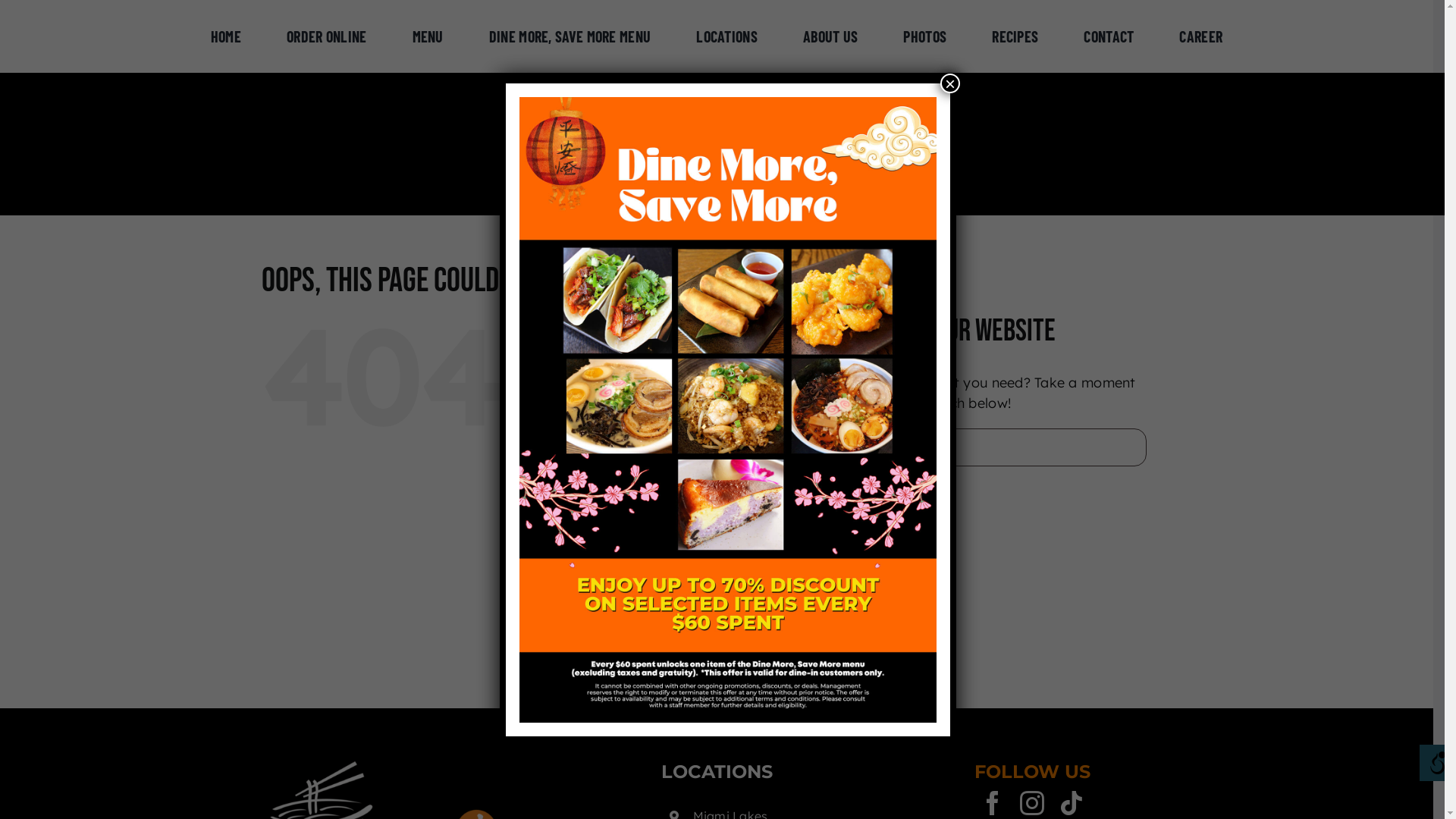 The width and height of the screenshot is (1456, 819). What do you see at coordinates (924, 35) in the screenshot?
I see `'PHOTOS'` at bounding box center [924, 35].